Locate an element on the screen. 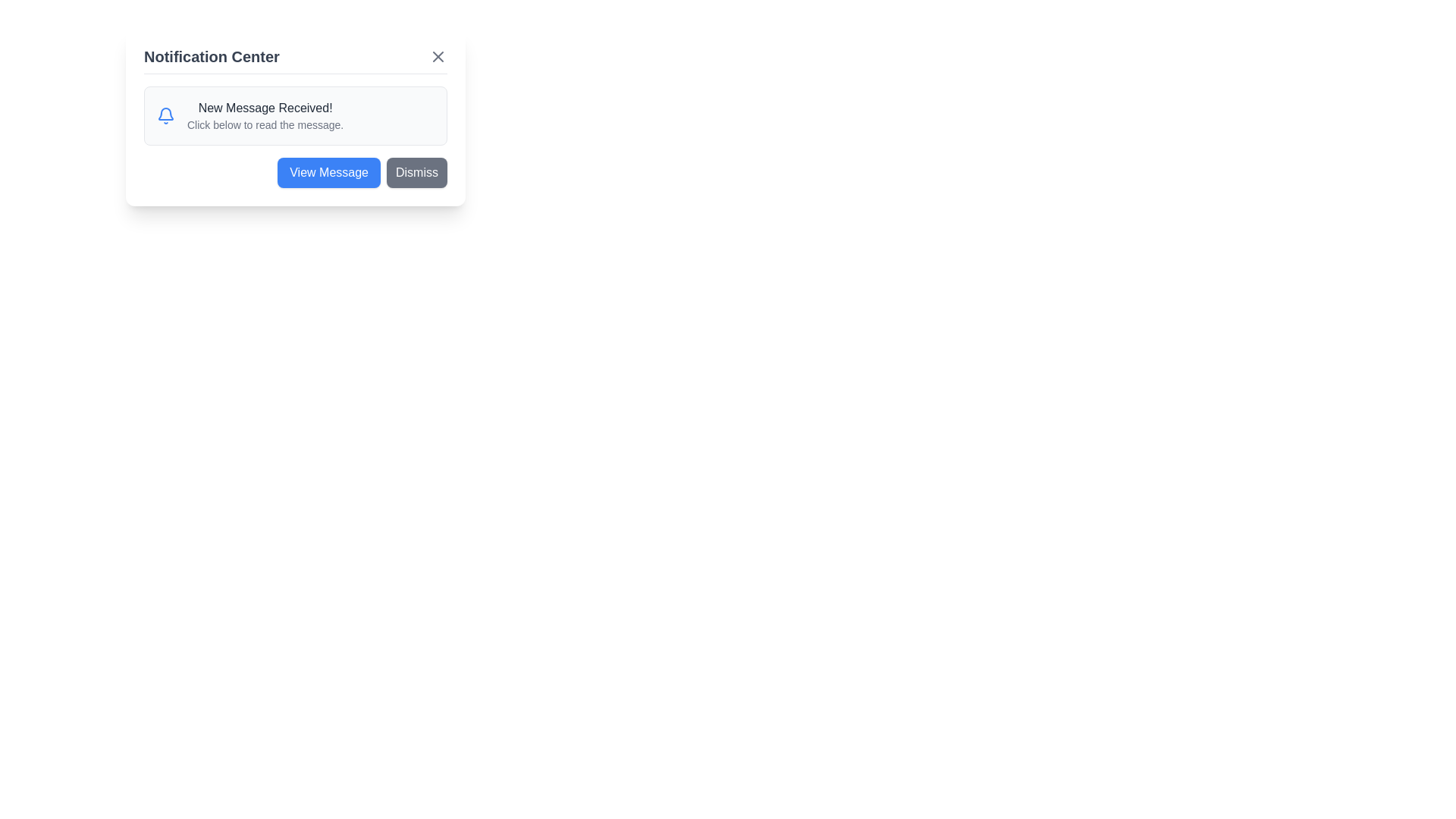  the close button located in the top-right corner of the Notification Center is located at coordinates (437, 55).